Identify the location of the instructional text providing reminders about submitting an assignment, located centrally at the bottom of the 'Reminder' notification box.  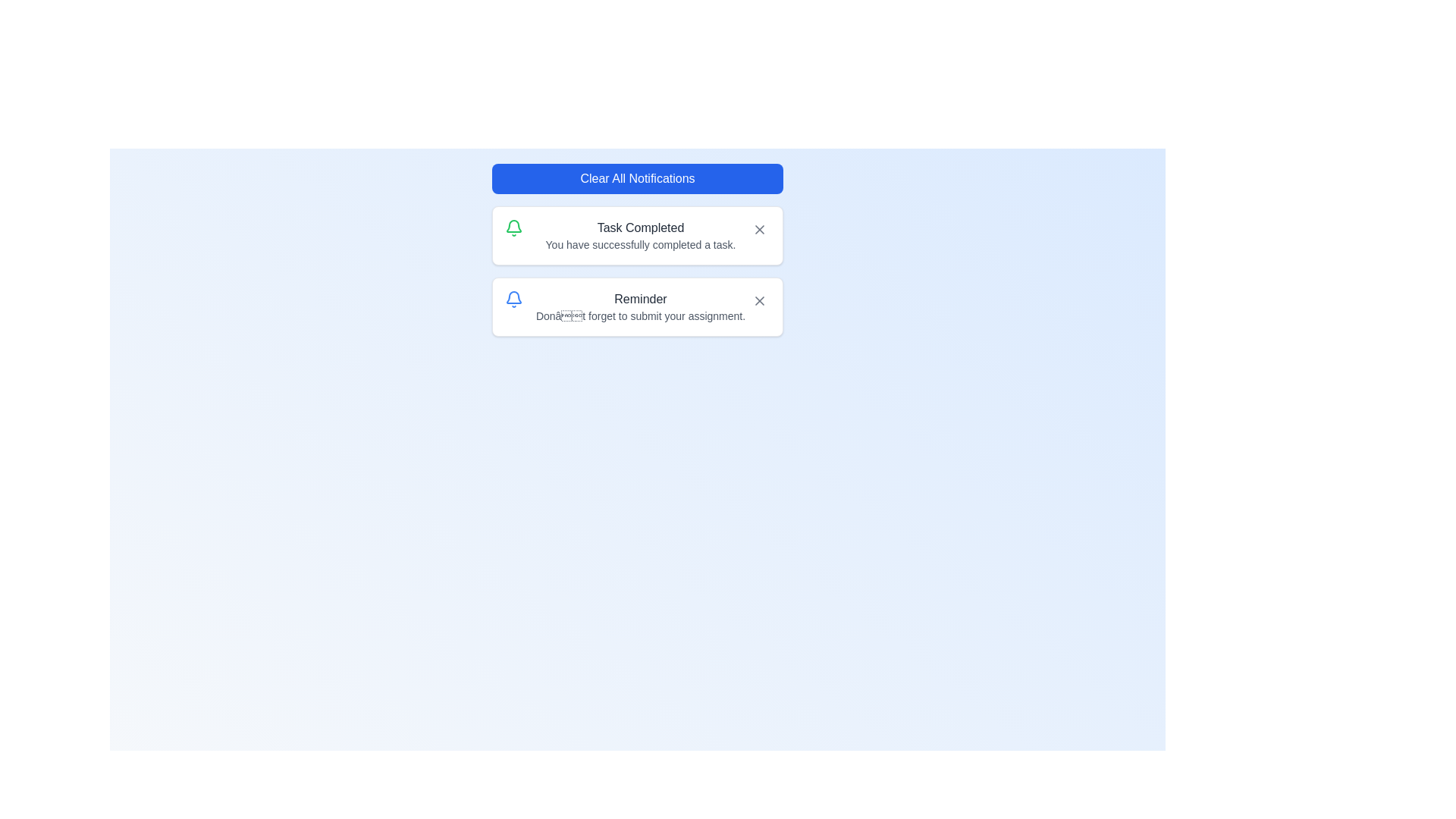
(640, 315).